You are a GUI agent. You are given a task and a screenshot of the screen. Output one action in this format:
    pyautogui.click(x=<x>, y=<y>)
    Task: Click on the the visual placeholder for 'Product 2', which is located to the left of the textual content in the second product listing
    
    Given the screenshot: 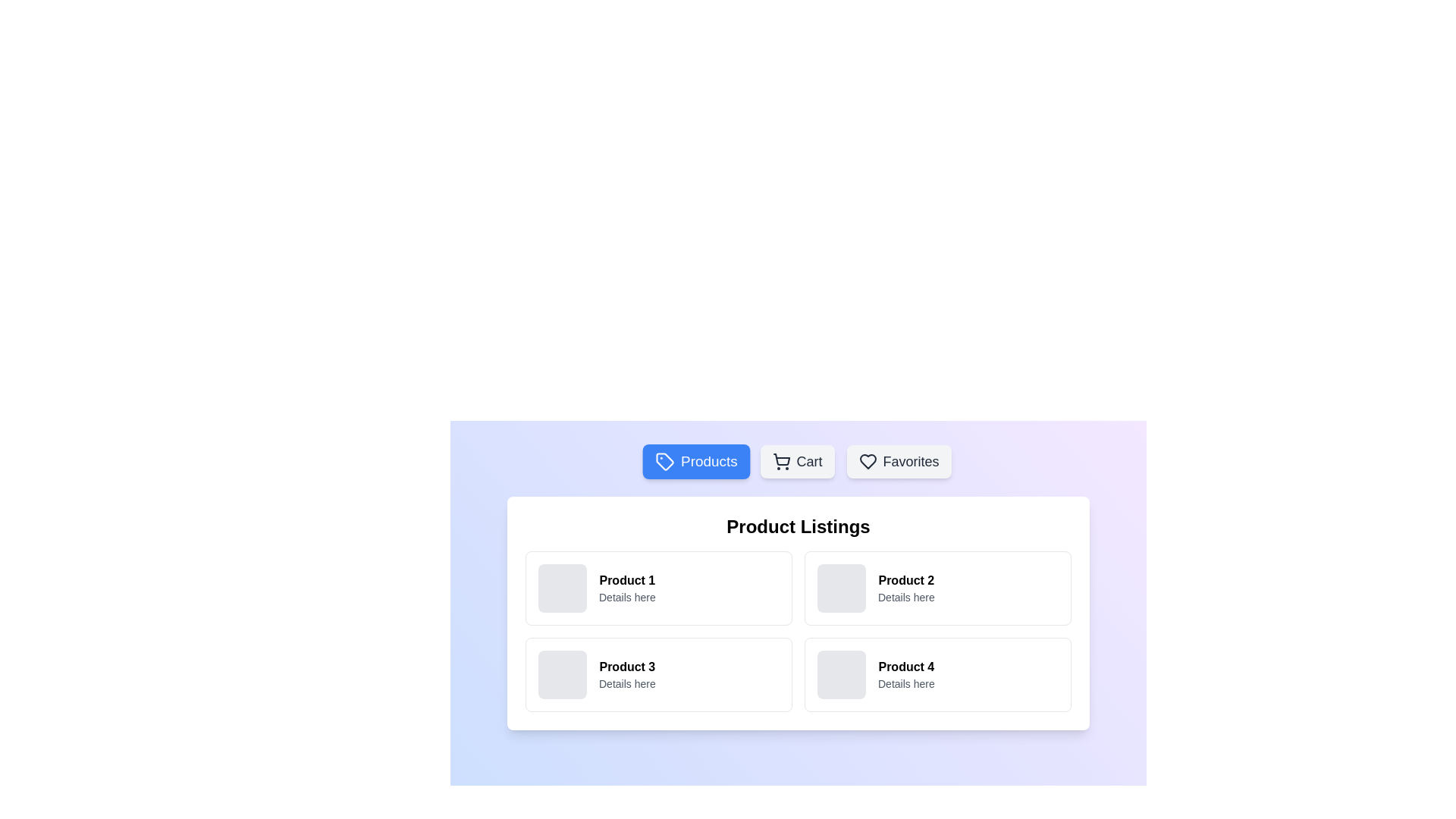 What is the action you would take?
    pyautogui.click(x=840, y=587)
    